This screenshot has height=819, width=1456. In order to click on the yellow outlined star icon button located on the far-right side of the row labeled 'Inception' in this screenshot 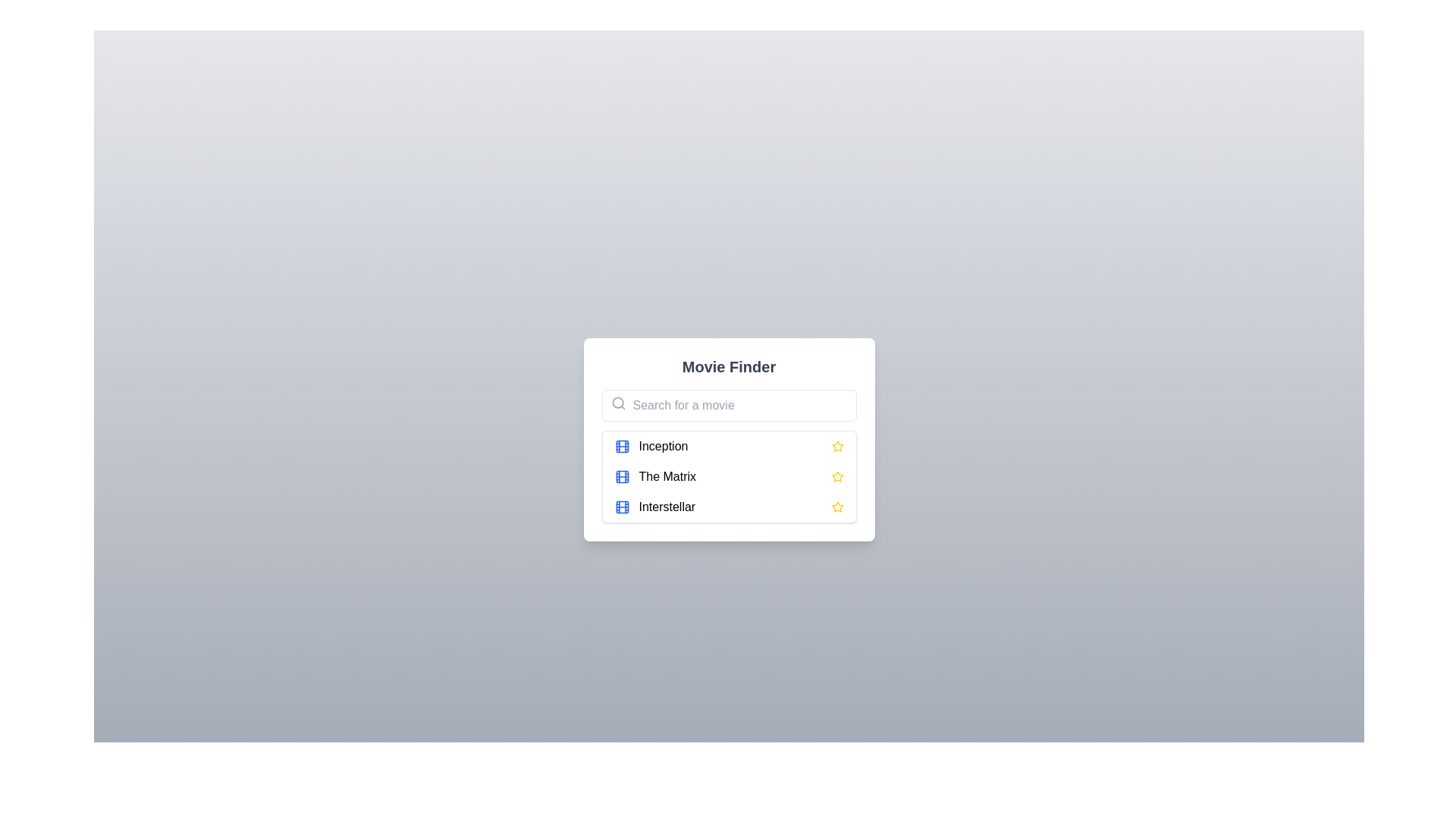, I will do `click(836, 446)`.